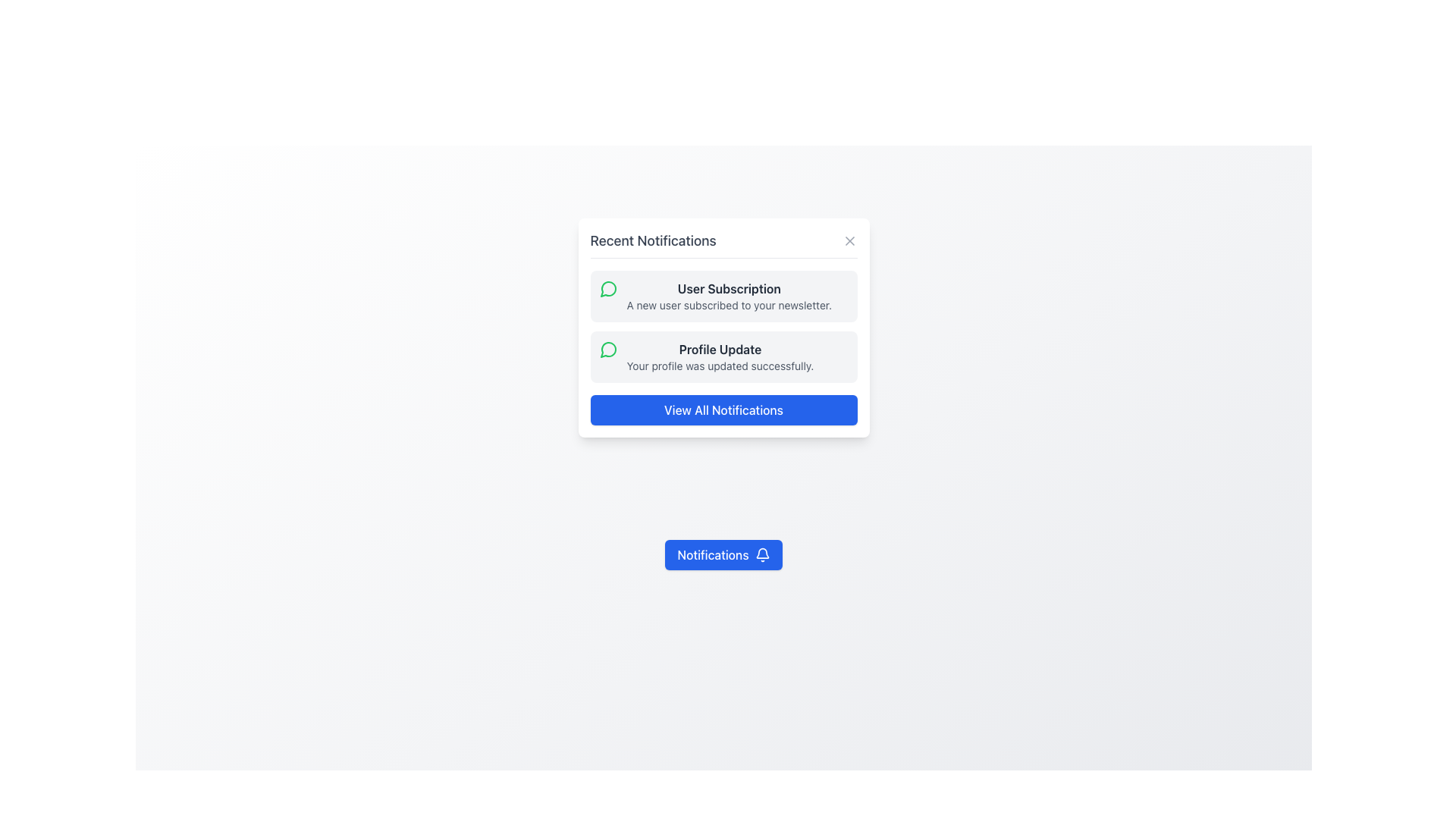  I want to click on the 'X' icon in the upper-right corner of the notification panel, so click(849, 240).